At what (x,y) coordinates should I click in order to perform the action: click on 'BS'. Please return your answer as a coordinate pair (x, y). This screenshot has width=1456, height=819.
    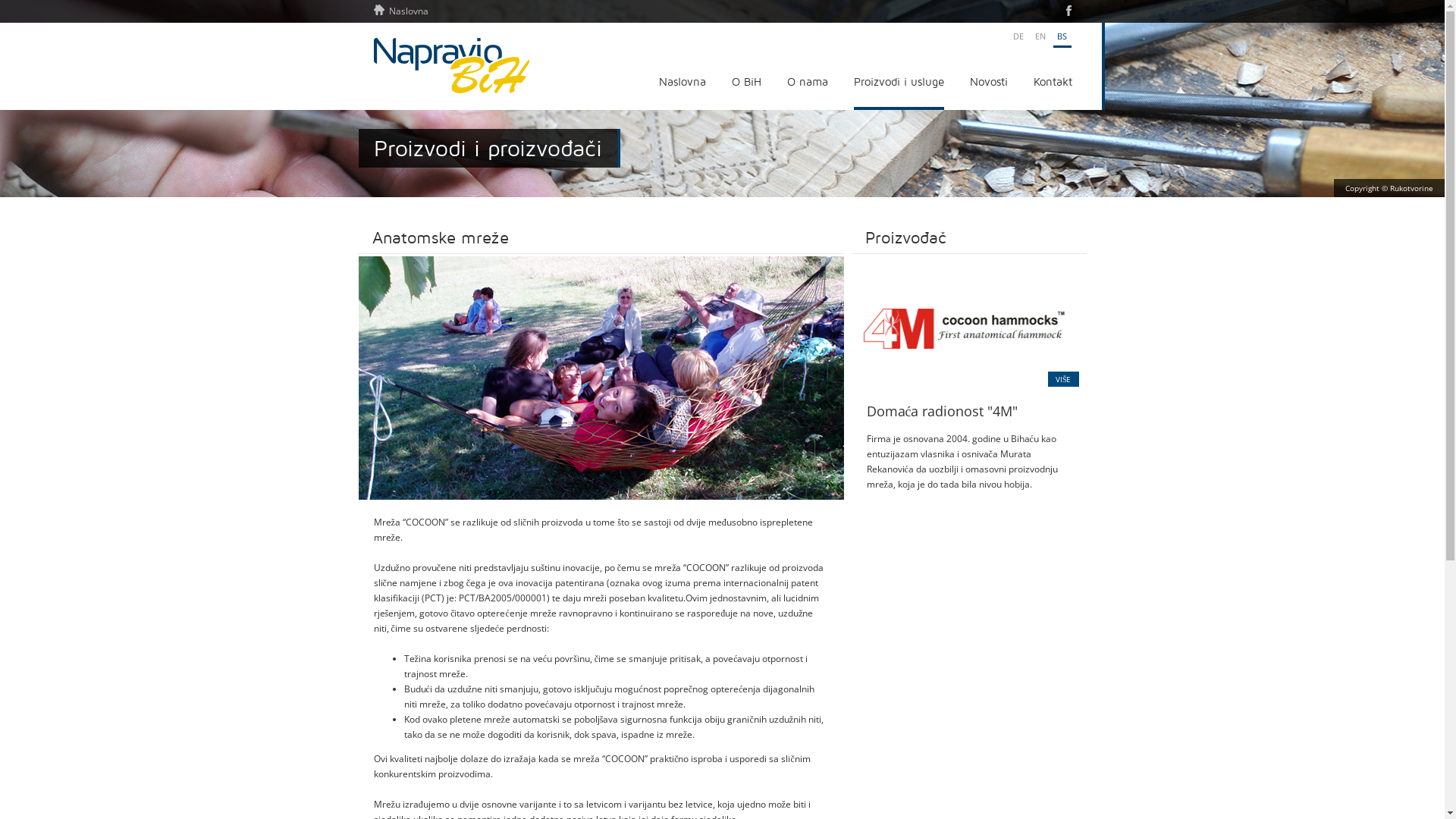
    Looking at the image, I should click on (1061, 36).